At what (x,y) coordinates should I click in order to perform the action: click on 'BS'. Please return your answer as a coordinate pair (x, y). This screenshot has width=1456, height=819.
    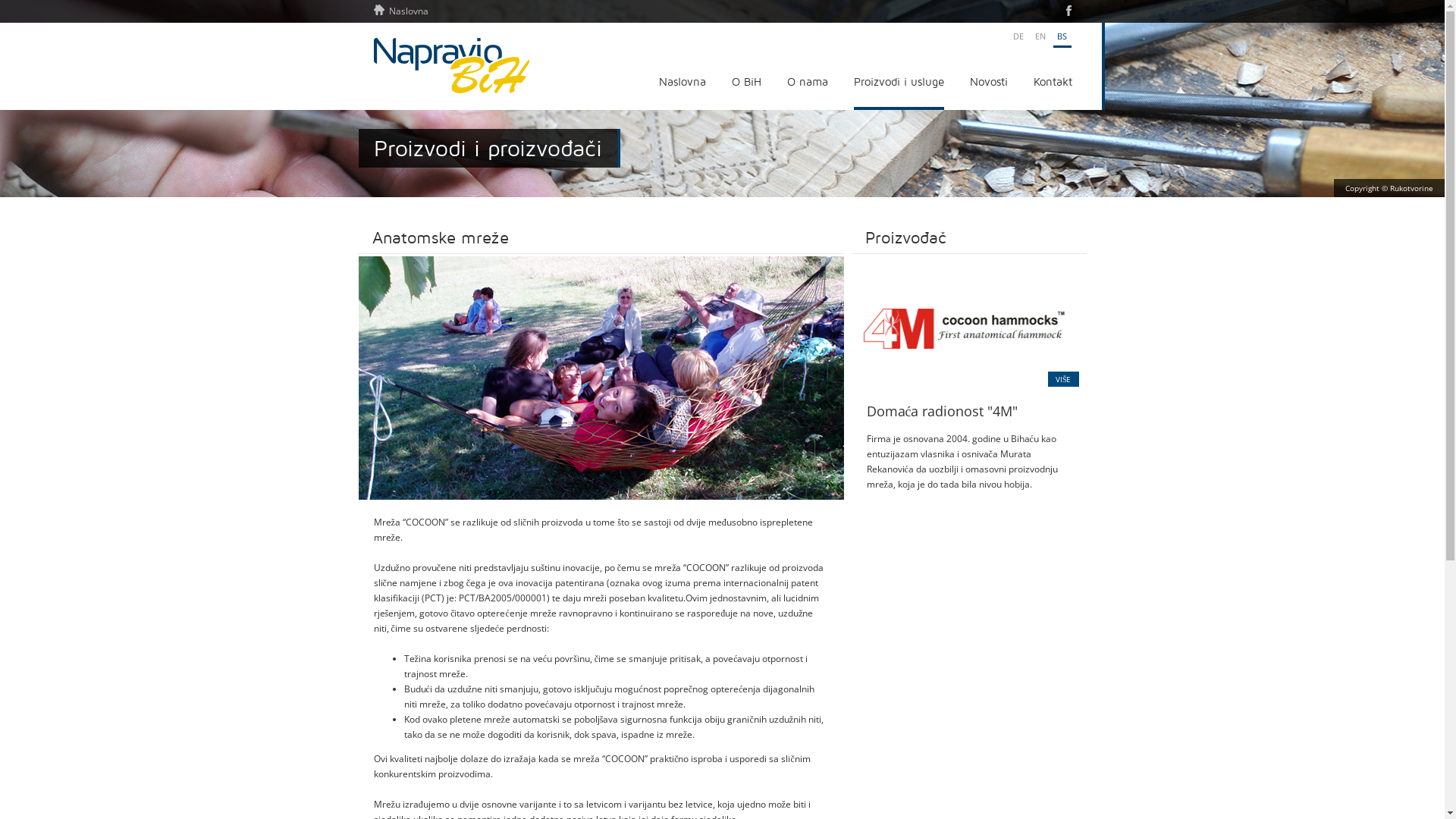
    Looking at the image, I should click on (1061, 36).